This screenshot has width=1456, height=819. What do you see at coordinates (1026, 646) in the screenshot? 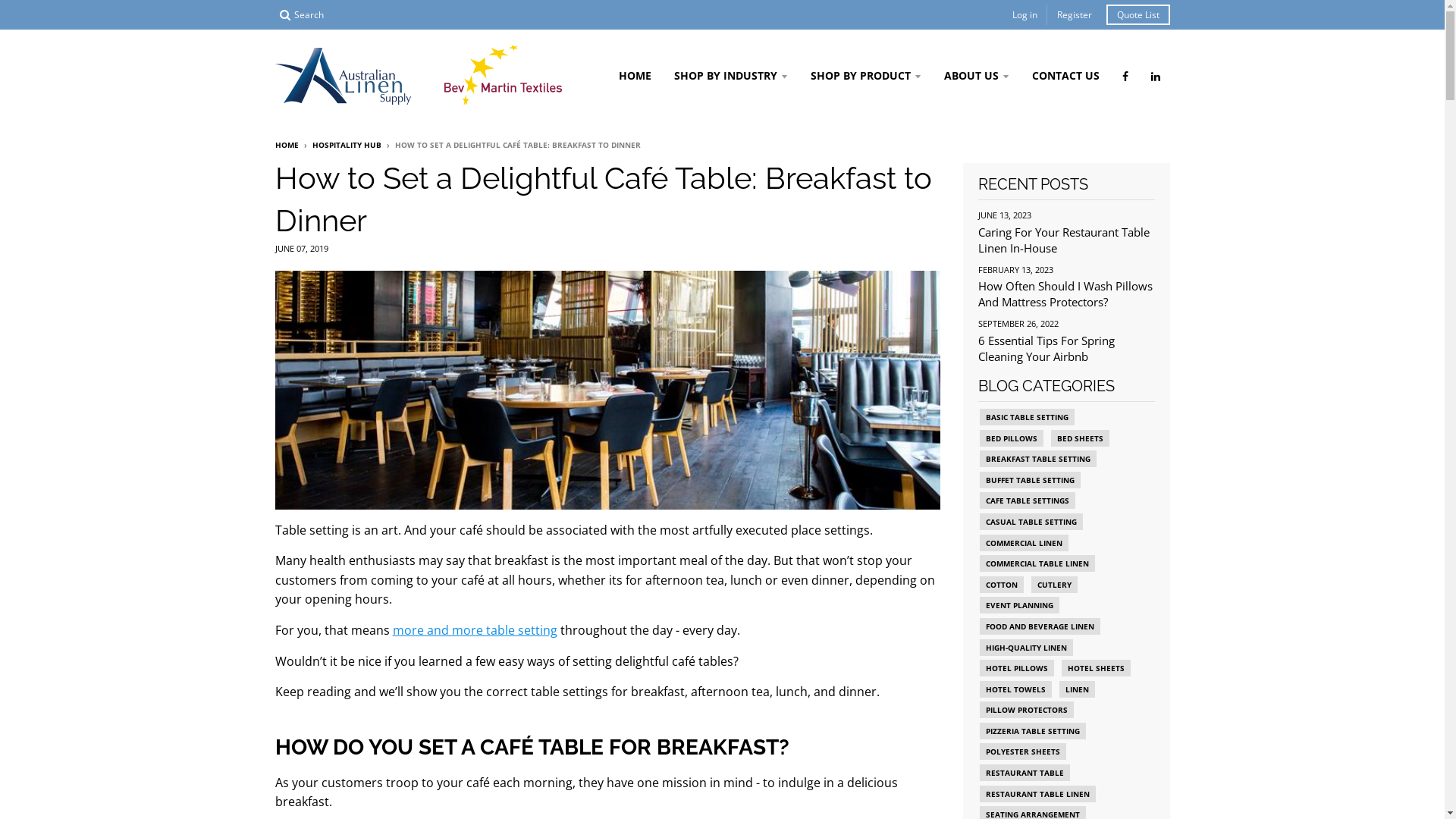
I see `'HIGH-QUALITY LINEN'` at bounding box center [1026, 646].